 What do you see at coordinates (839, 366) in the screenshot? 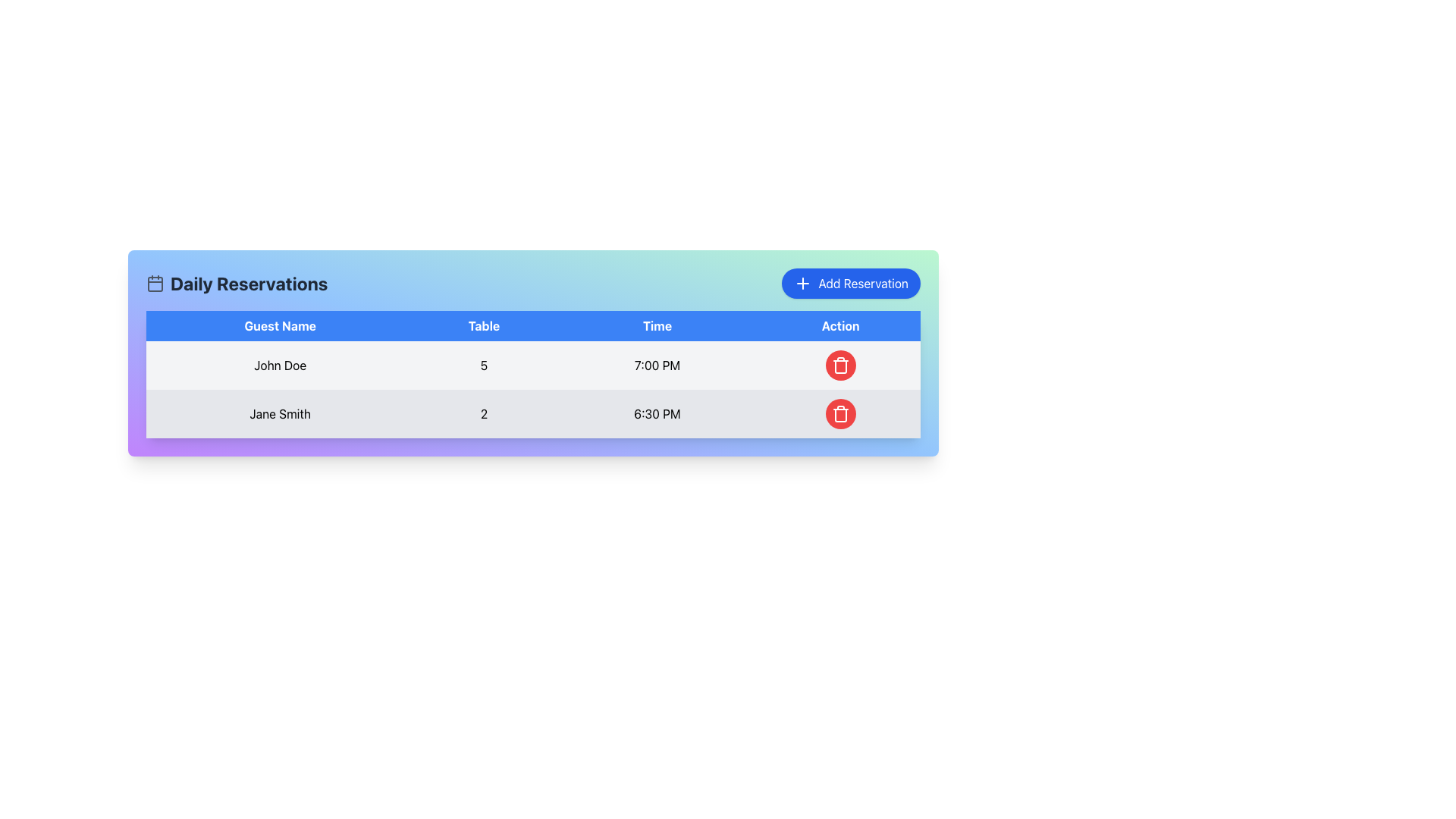
I see `the circular red button with a white trash bin icon in the 'Action' column of the 'Daily Reservations' section, corresponding to the first row for 'John Doe' at Table 5 at 7:00 PM` at bounding box center [839, 366].